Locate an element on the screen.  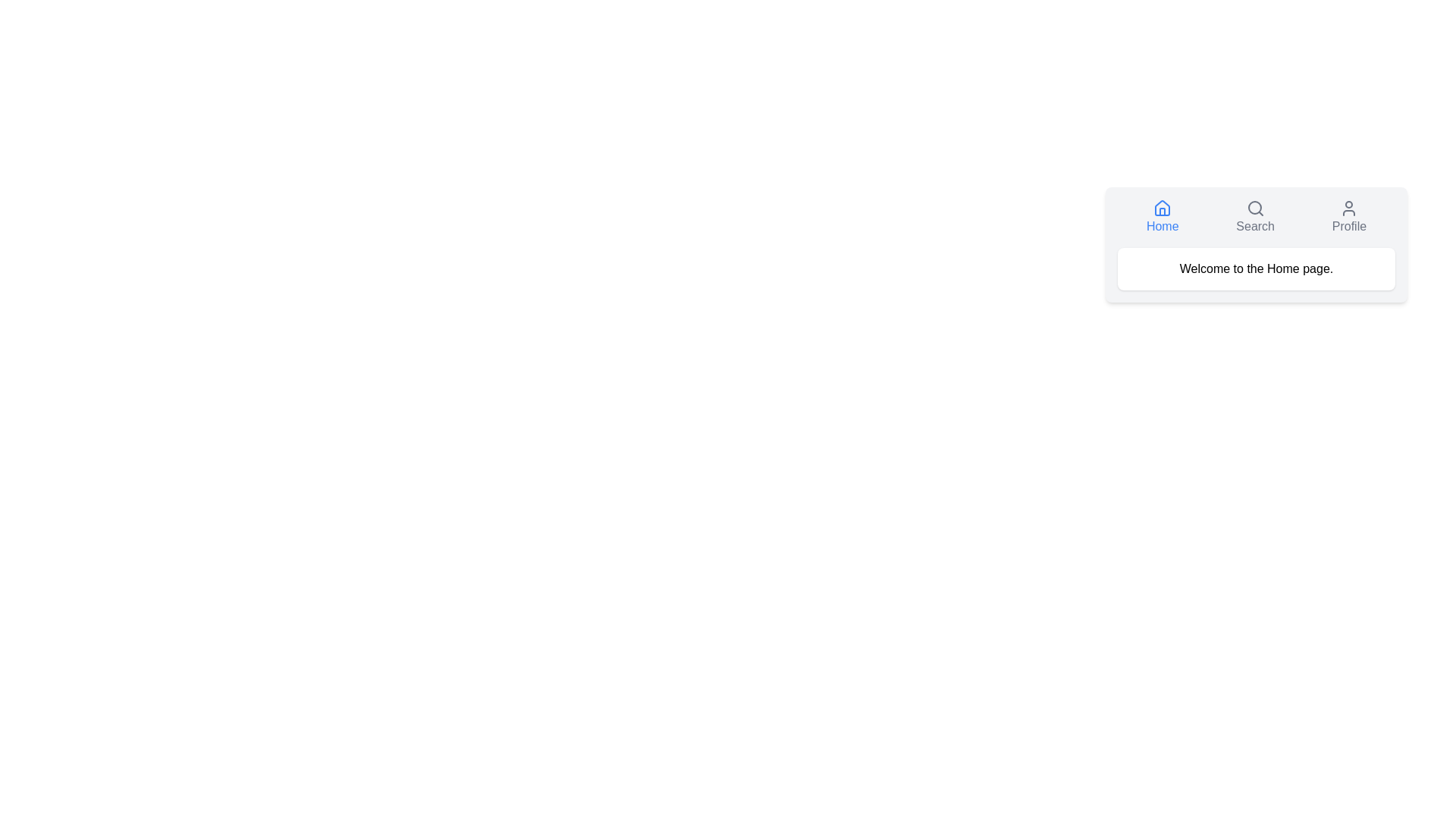
the user profile icon located in the navigation bar, which is the topmost component in the 'Profile' group is located at coordinates (1349, 208).